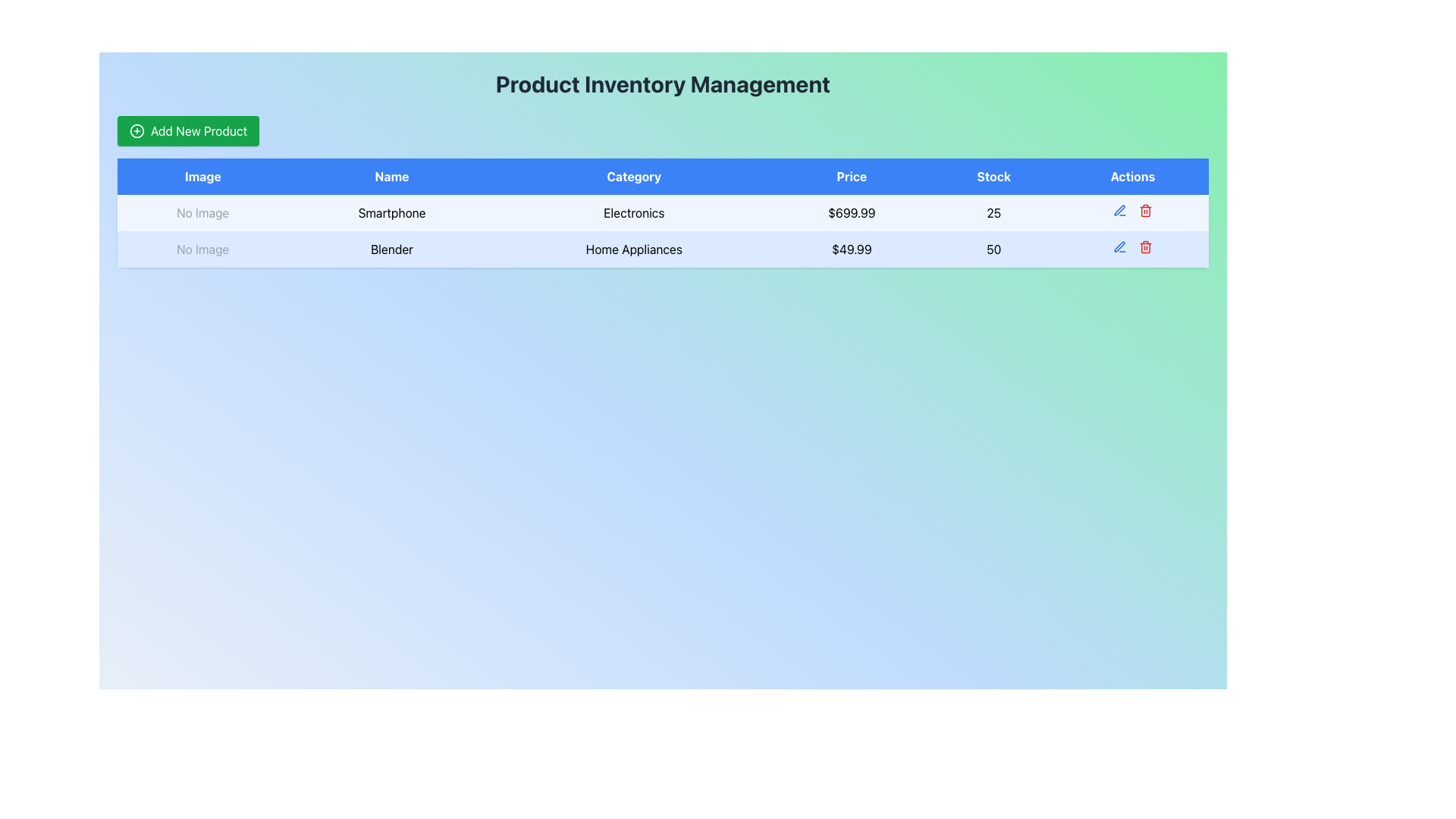 The width and height of the screenshot is (1456, 819). I want to click on the text label UI element that displays 'Home Appliances' within the second row of the table under the 'Category' column, so click(634, 248).